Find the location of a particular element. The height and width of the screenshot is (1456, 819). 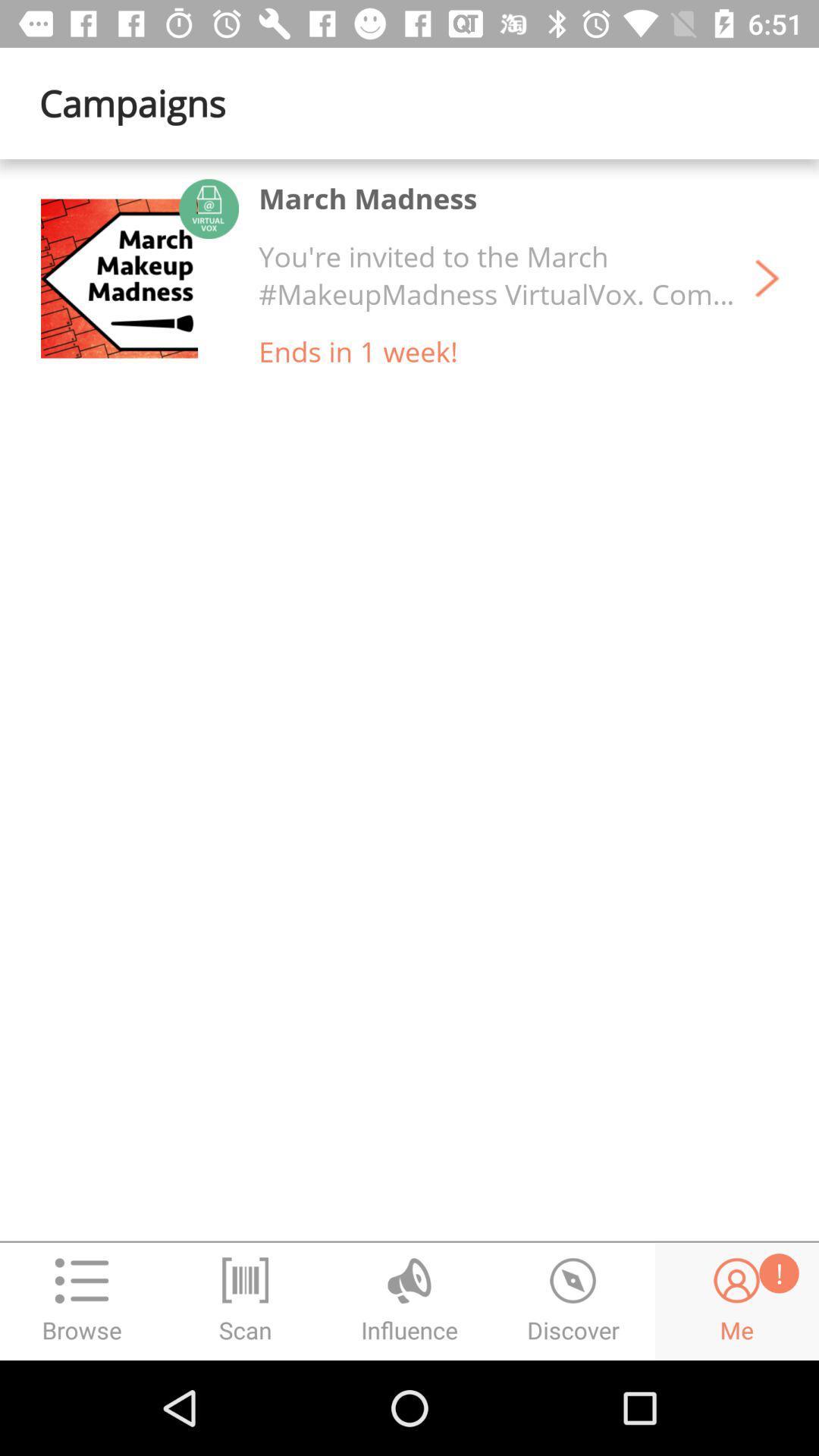

ends in 1 item is located at coordinates (358, 350).